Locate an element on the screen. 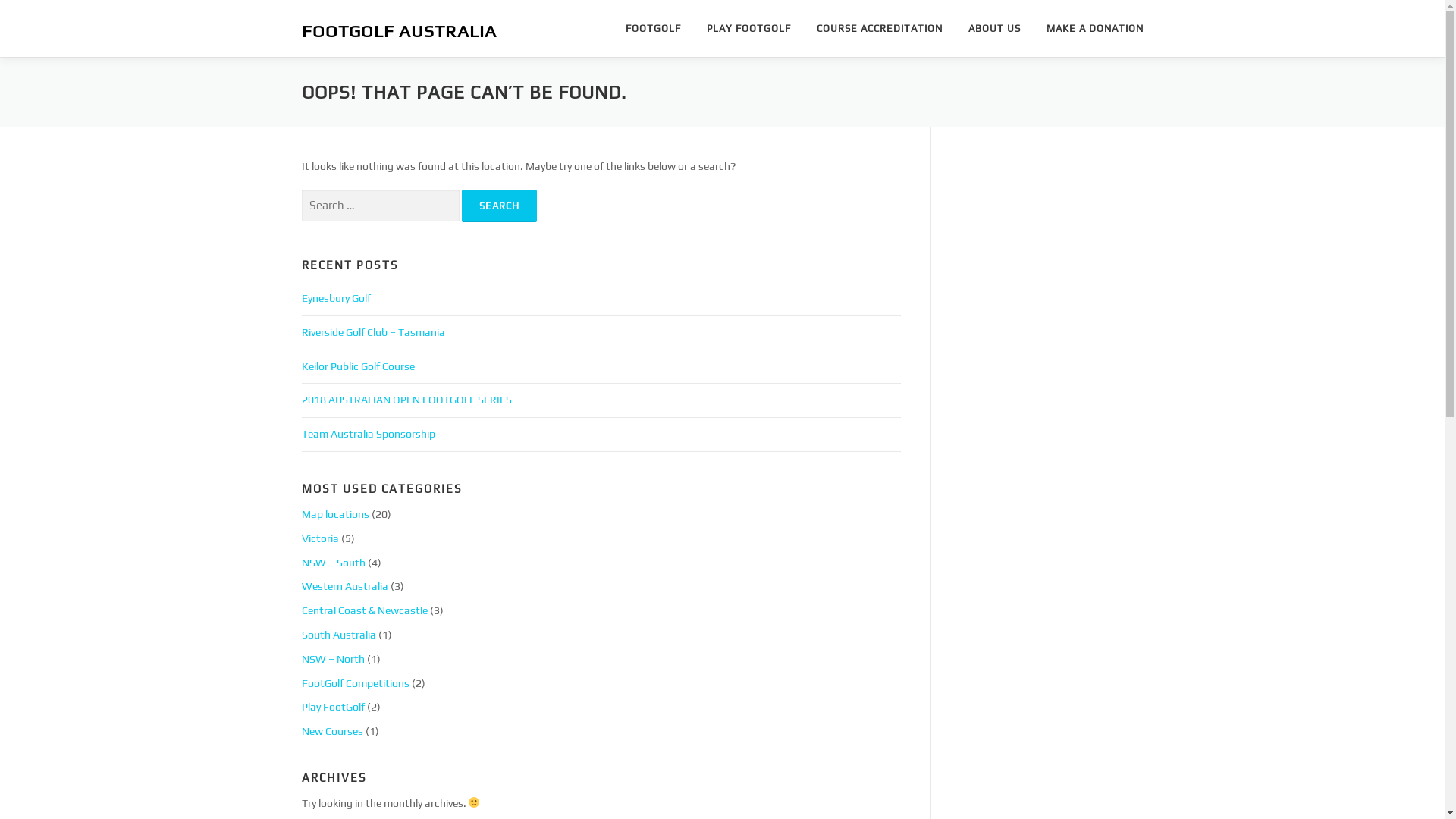  'Eynesbury Golf' is located at coordinates (335, 298).